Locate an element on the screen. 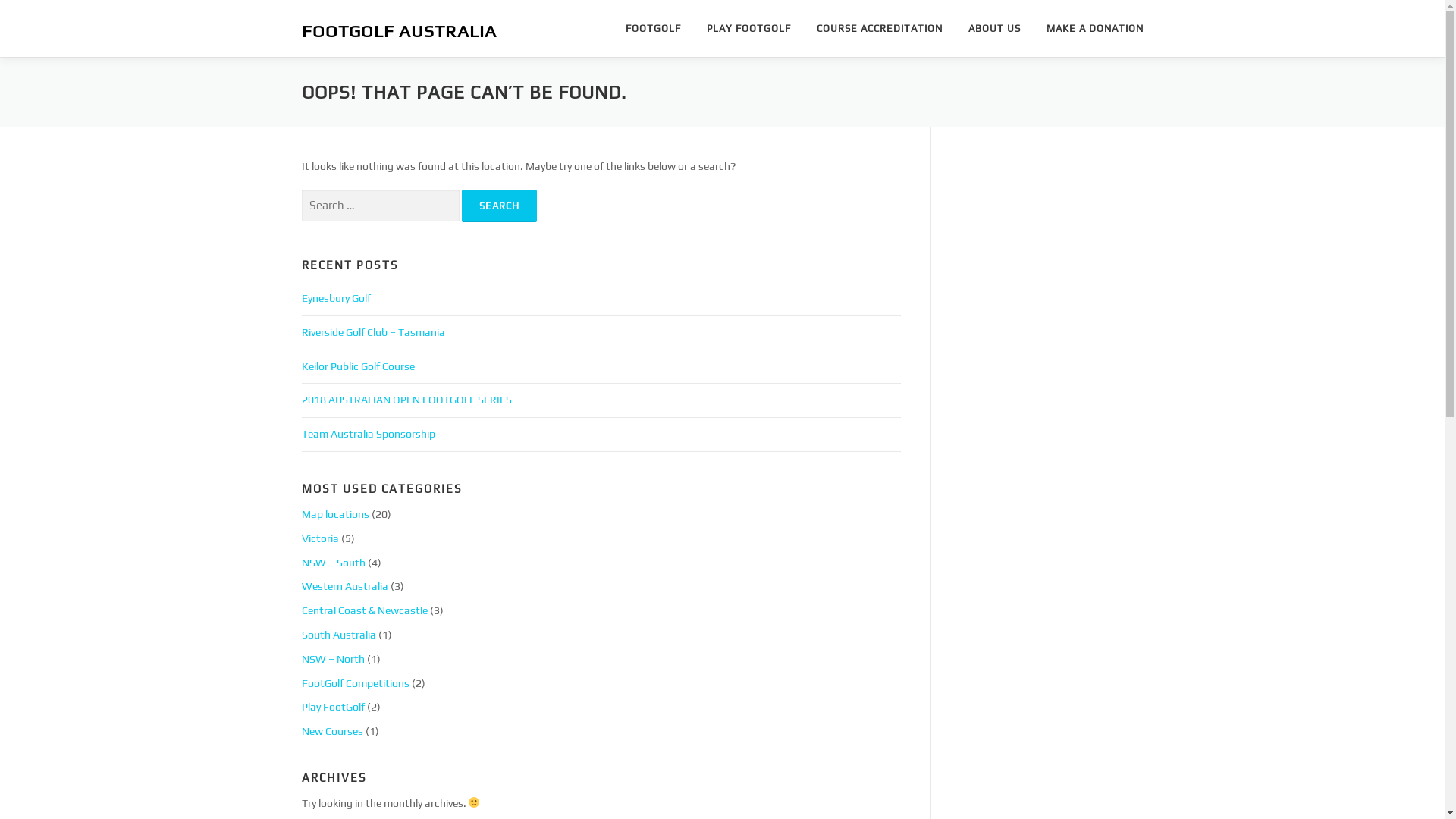  'Eynesbury Golf' is located at coordinates (335, 298).